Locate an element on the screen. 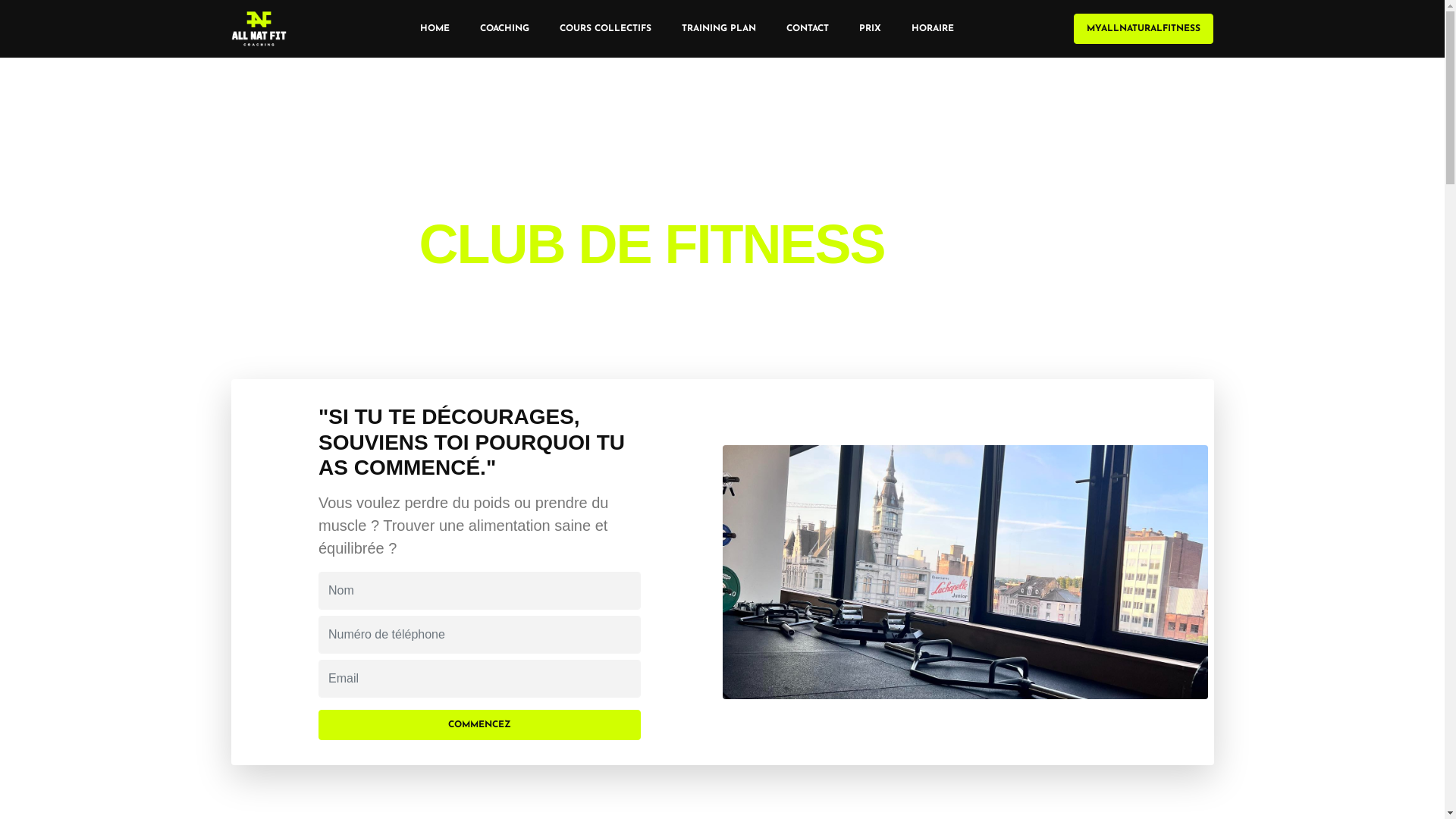  'COURS COLLECTIFS' is located at coordinates (544, 29).